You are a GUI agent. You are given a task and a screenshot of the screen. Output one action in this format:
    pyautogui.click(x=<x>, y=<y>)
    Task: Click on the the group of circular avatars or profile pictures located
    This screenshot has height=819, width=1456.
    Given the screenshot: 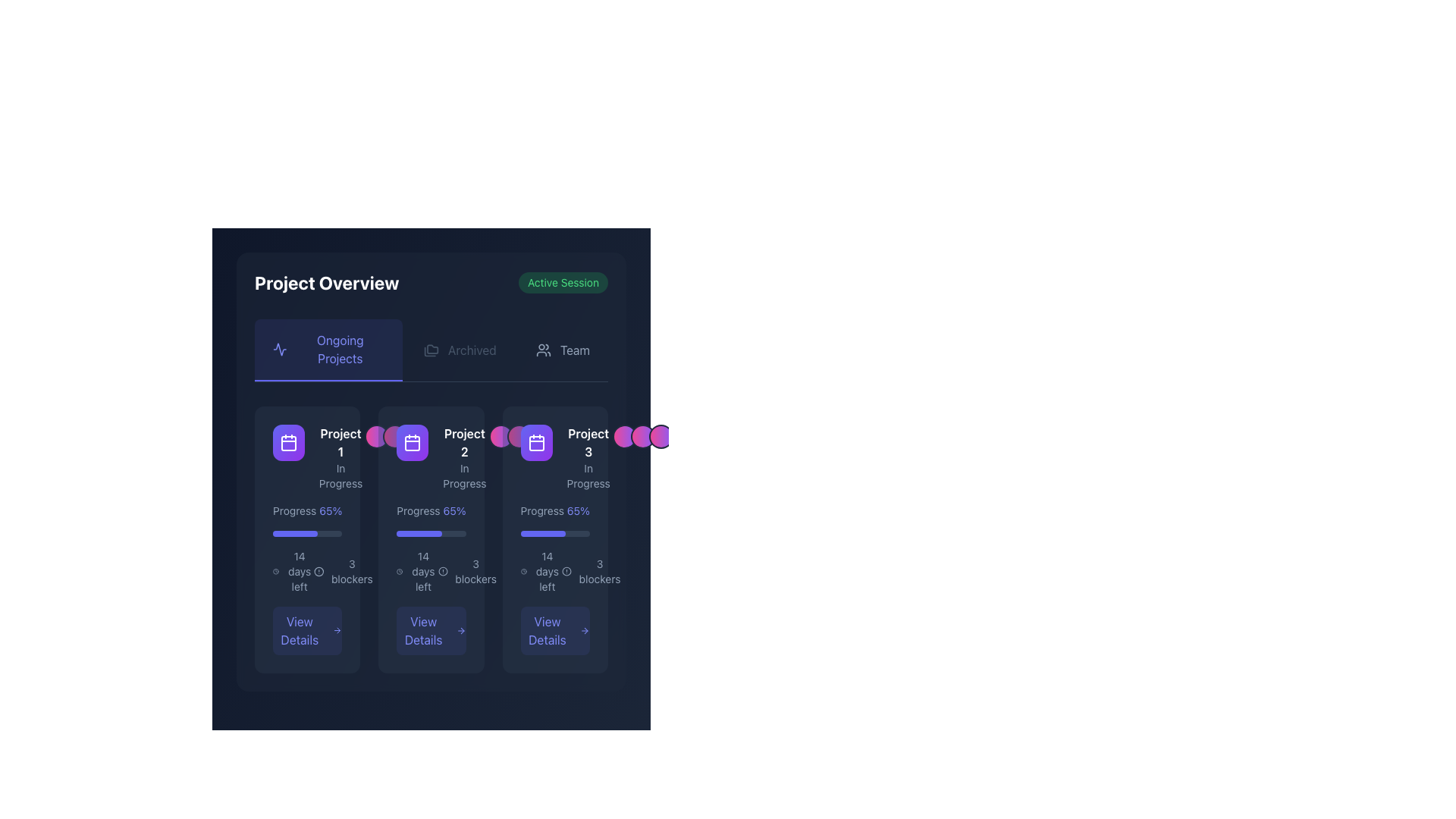 What is the action you would take?
    pyautogui.click(x=642, y=436)
    